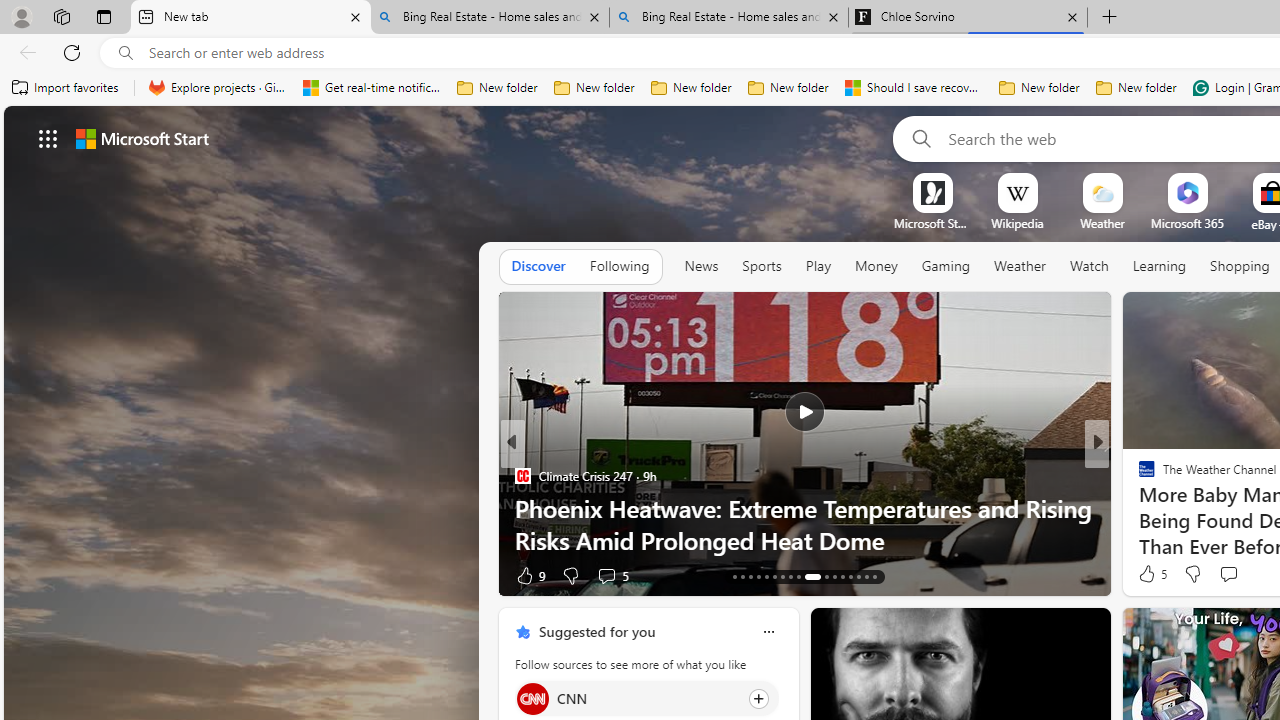 Image resolution: width=1280 pixels, height=720 pixels. I want to click on 'AutomationID: tab-16', so click(757, 577).